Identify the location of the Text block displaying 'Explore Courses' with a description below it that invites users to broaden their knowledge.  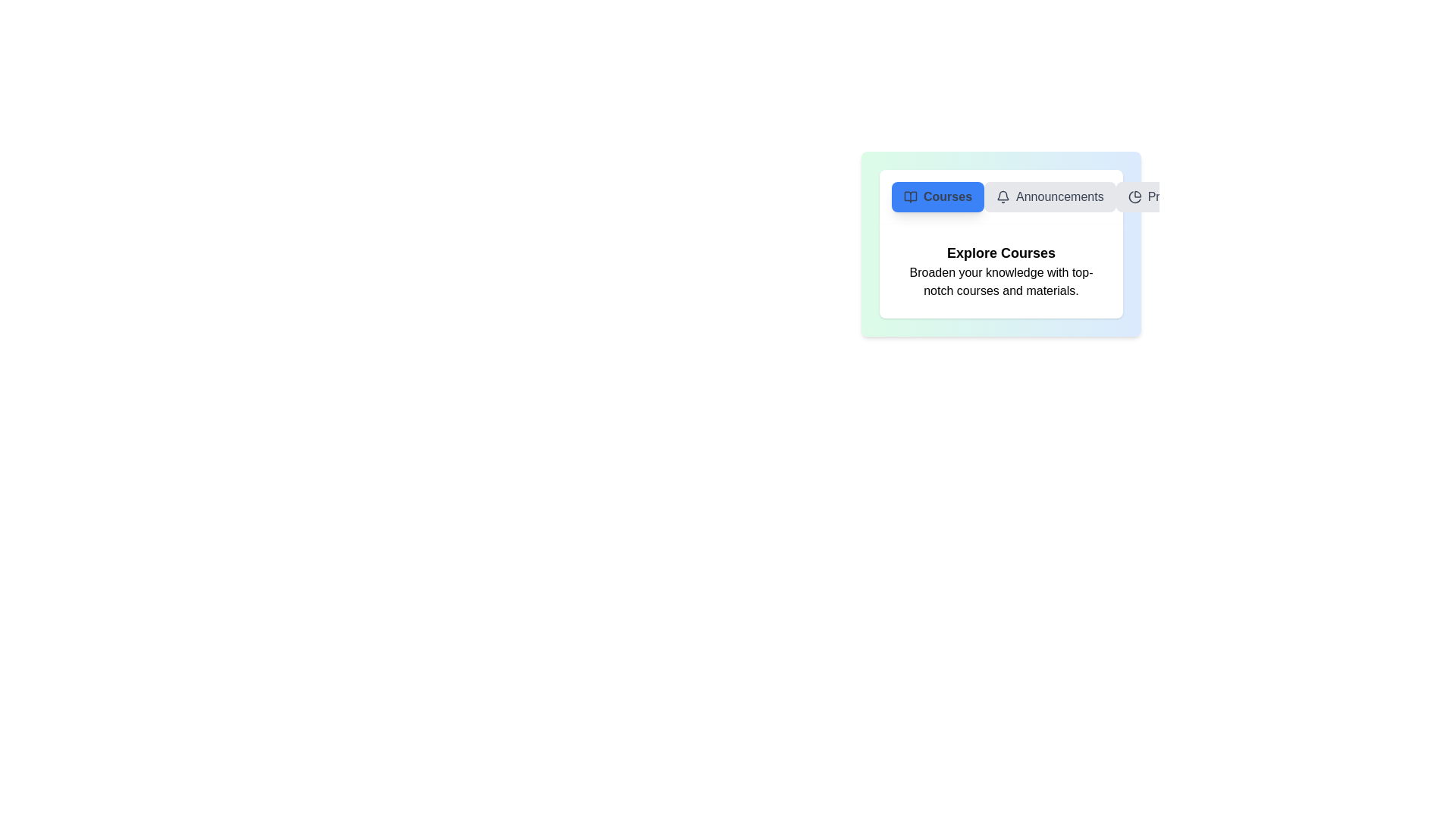
(1001, 271).